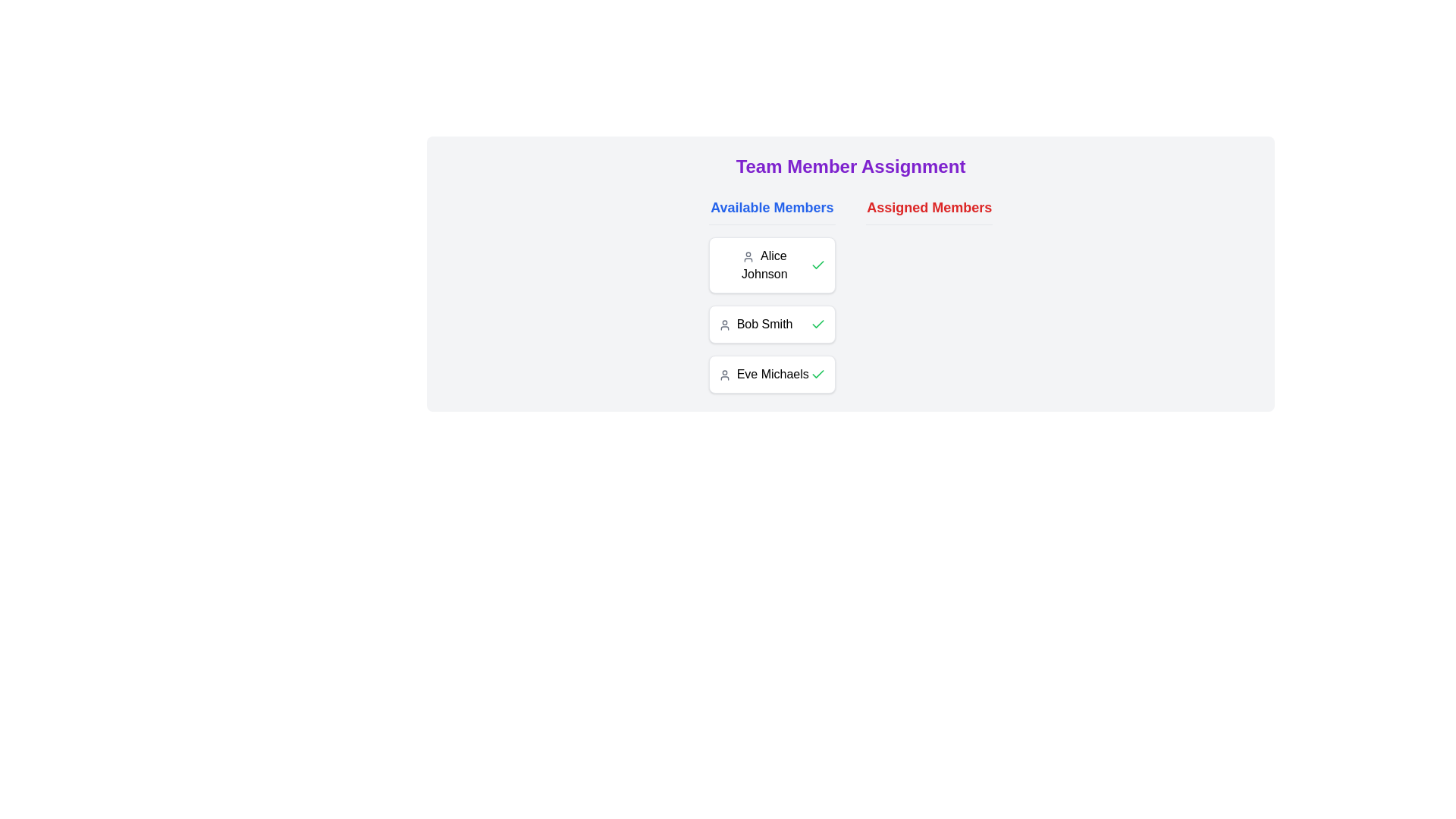  Describe the element at coordinates (764, 264) in the screenshot. I see `the text label displaying the name 'Alice Johnson', which identifies the user in the 'Available Members' list` at that location.